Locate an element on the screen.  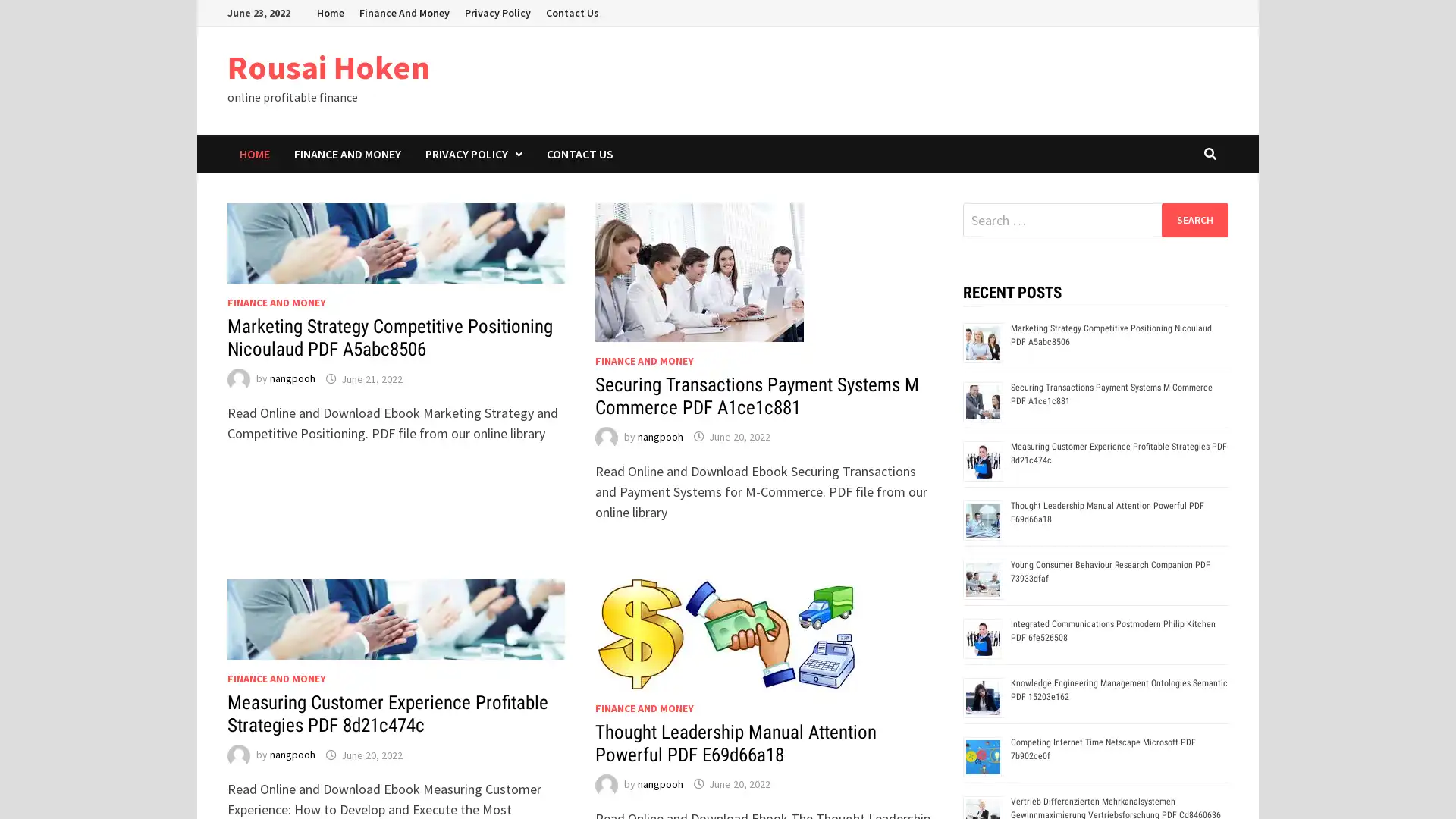
Search is located at coordinates (1194, 219).